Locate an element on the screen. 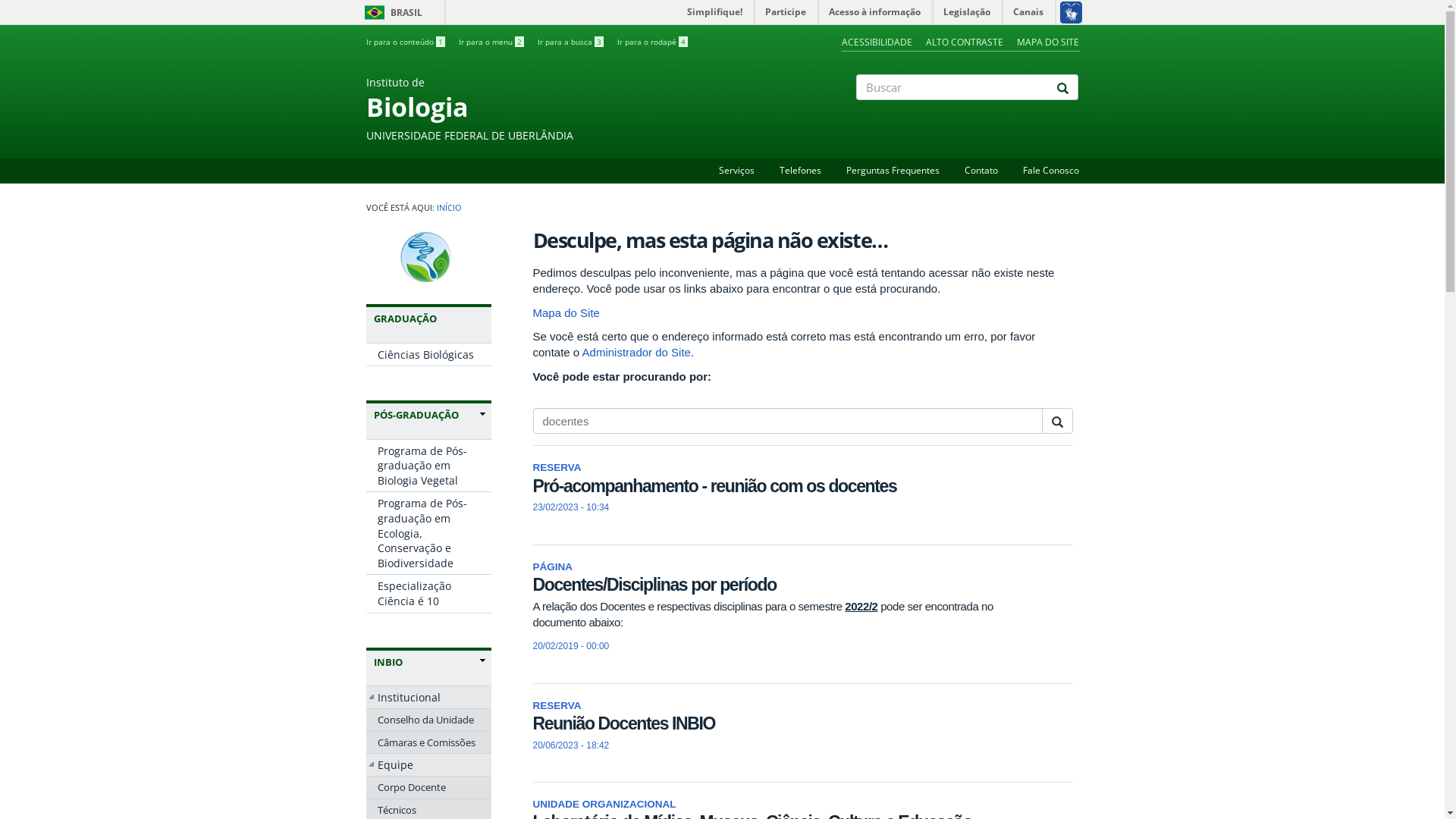 This screenshot has width=1456, height=819. 'Administrador do Site' is located at coordinates (636, 352).